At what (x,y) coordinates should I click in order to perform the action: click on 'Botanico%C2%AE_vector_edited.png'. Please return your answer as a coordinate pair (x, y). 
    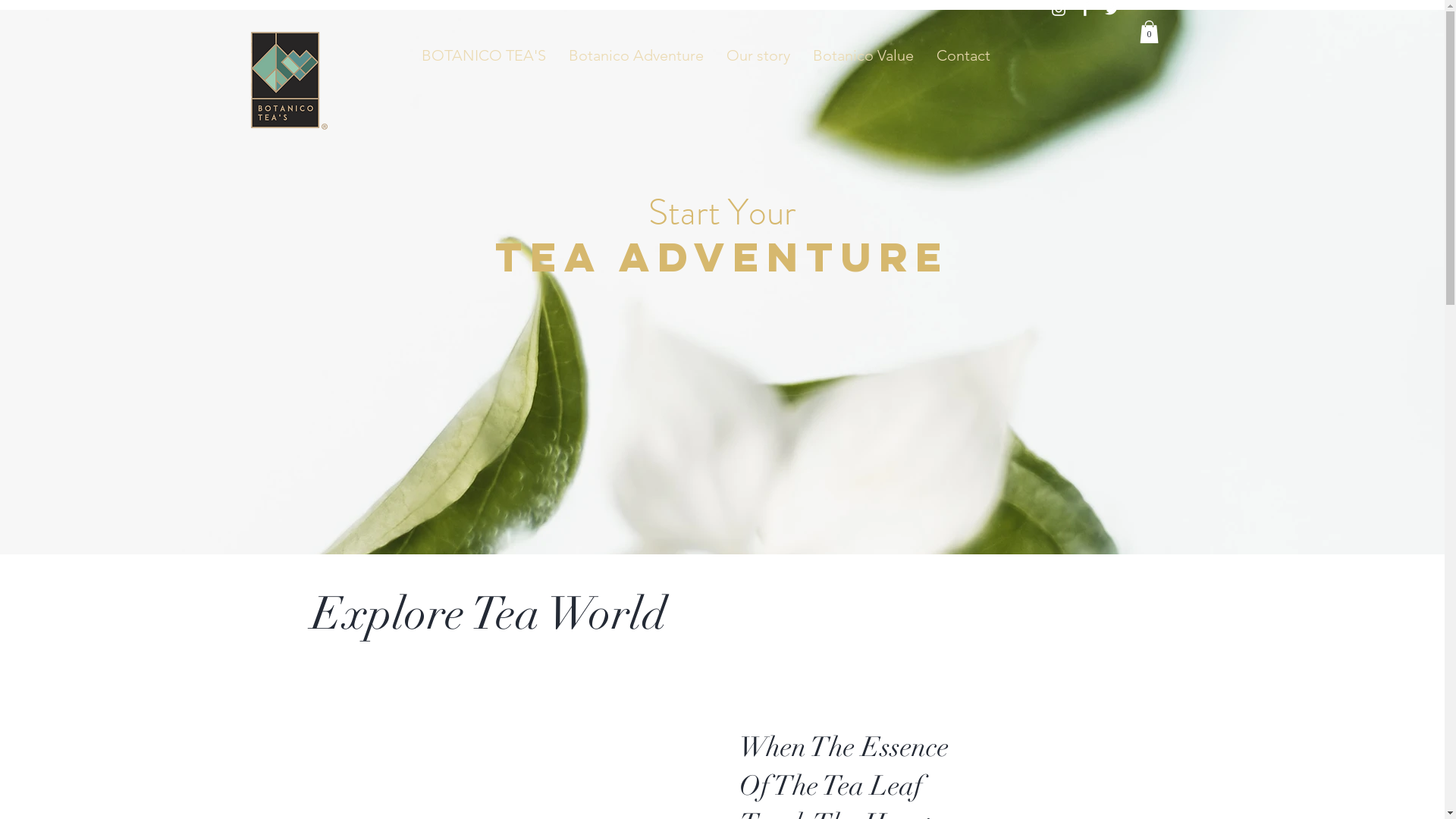
    Looking at the image, I should click on (284, 80).